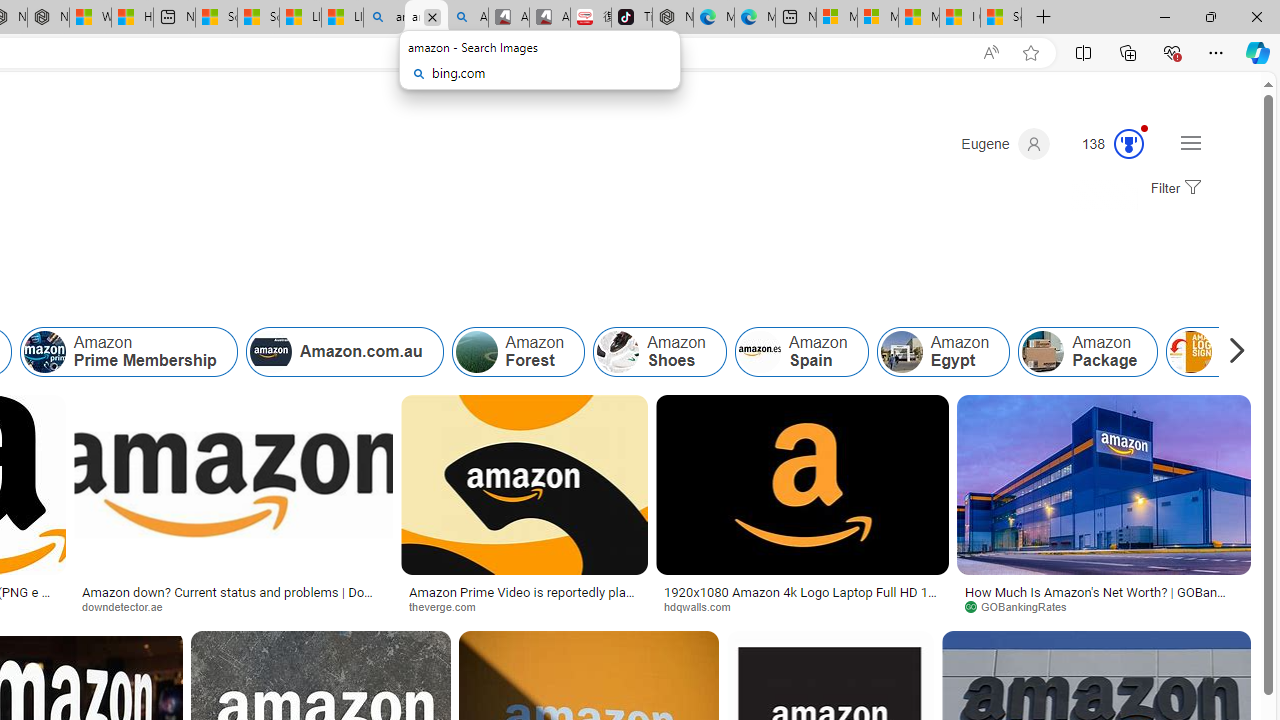 This screenshot has height=720, width=1280. What do you see at coordinates (344, 351) in the screenshot?
I see `'Amazon.com.au'` at bounding box center [344, 351].